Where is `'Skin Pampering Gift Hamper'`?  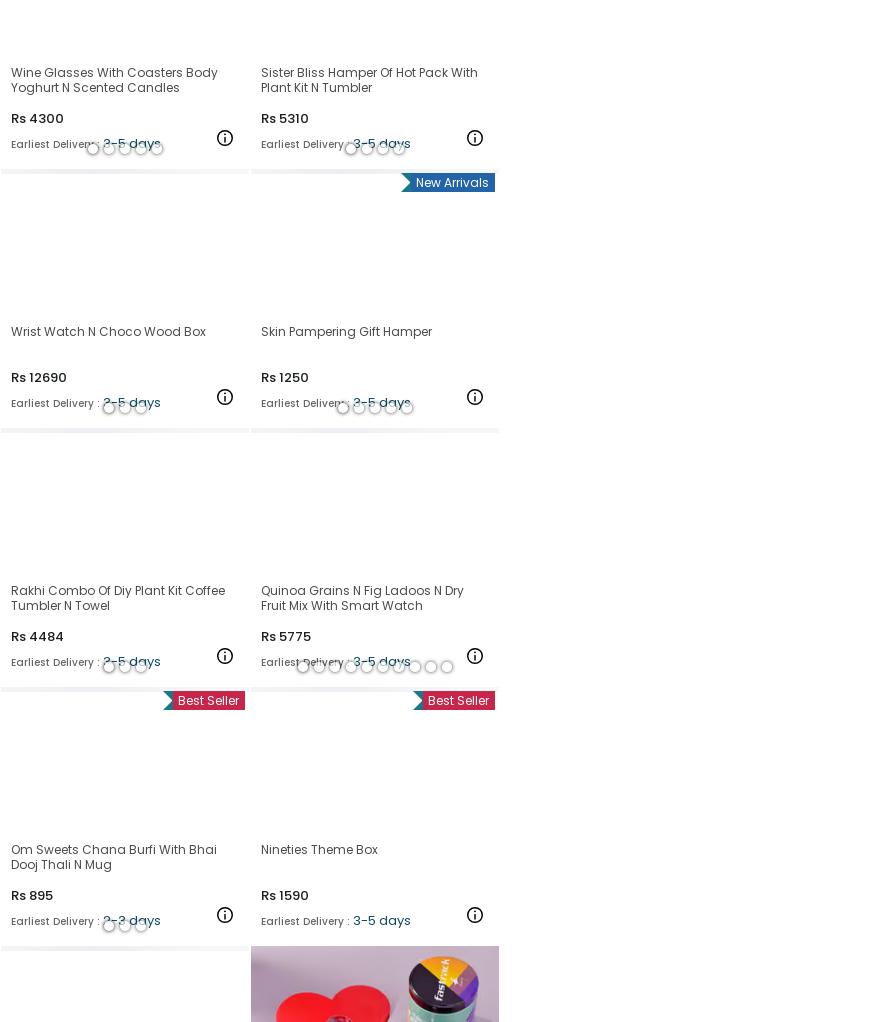 'Skin Pampering Gift Hamper' is located at coordinates (346, 330).